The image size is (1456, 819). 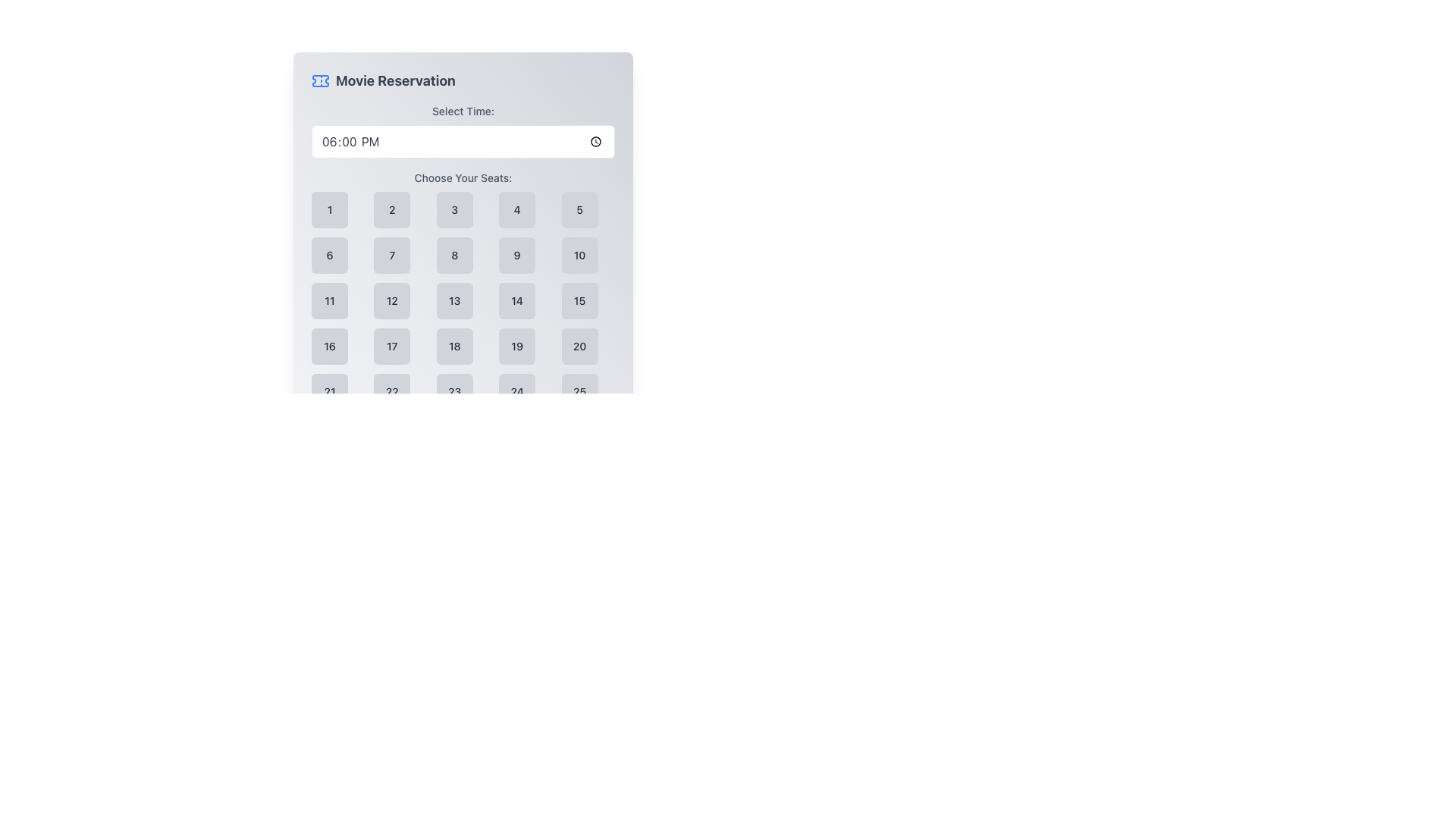 I want to click on the square-shaped button with a light gray background displaying the number '25' in dark gray font, so click(x=579, y=391).